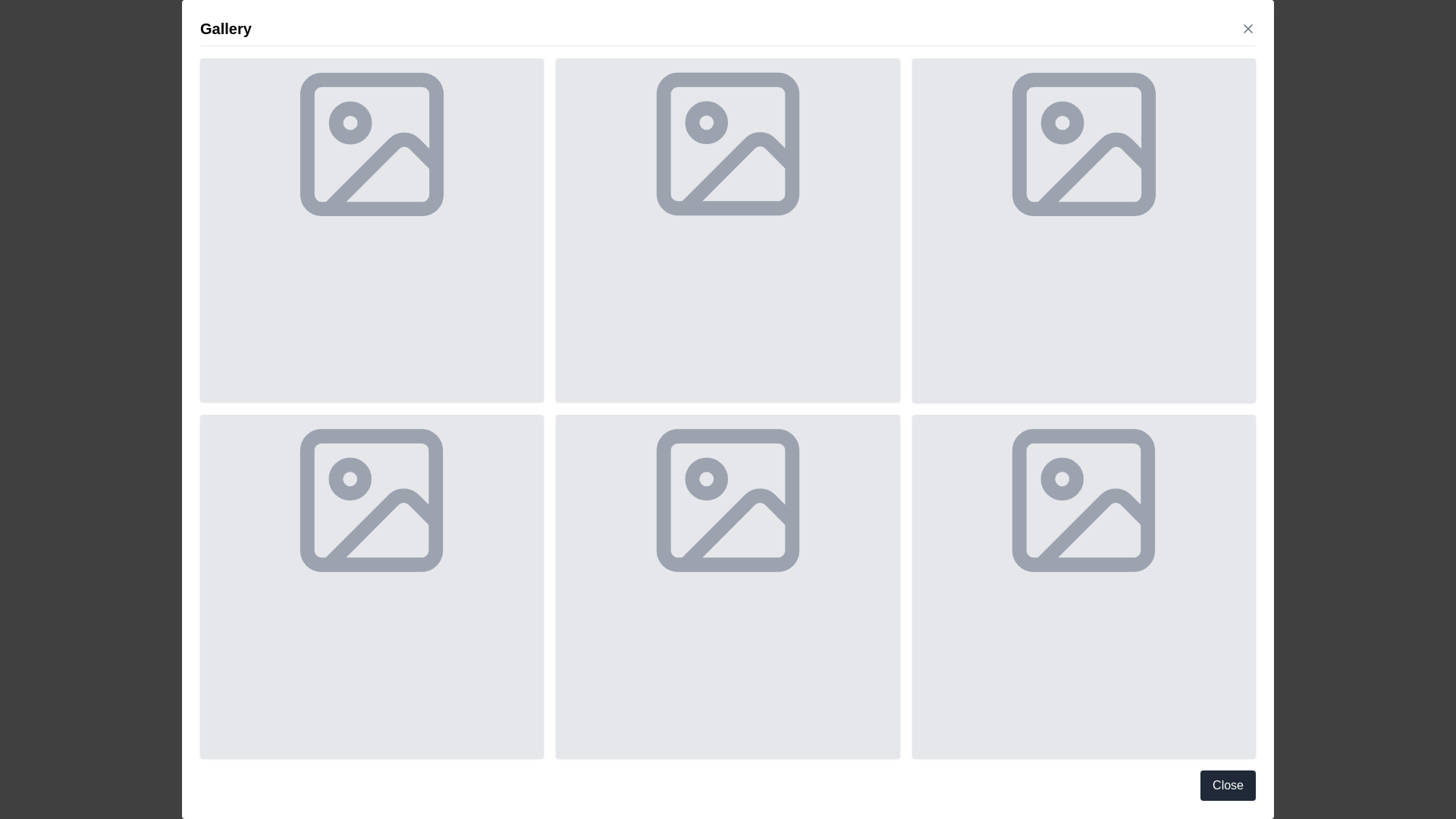 This screenshot has height=819, width=1456. Describe the element at coordinates (705, 122) in the screenshot. I see `the small decorative circle located in the upper-left corner of the image placeholder icon, which is part of a grid layout in the top row, second column` at that location.